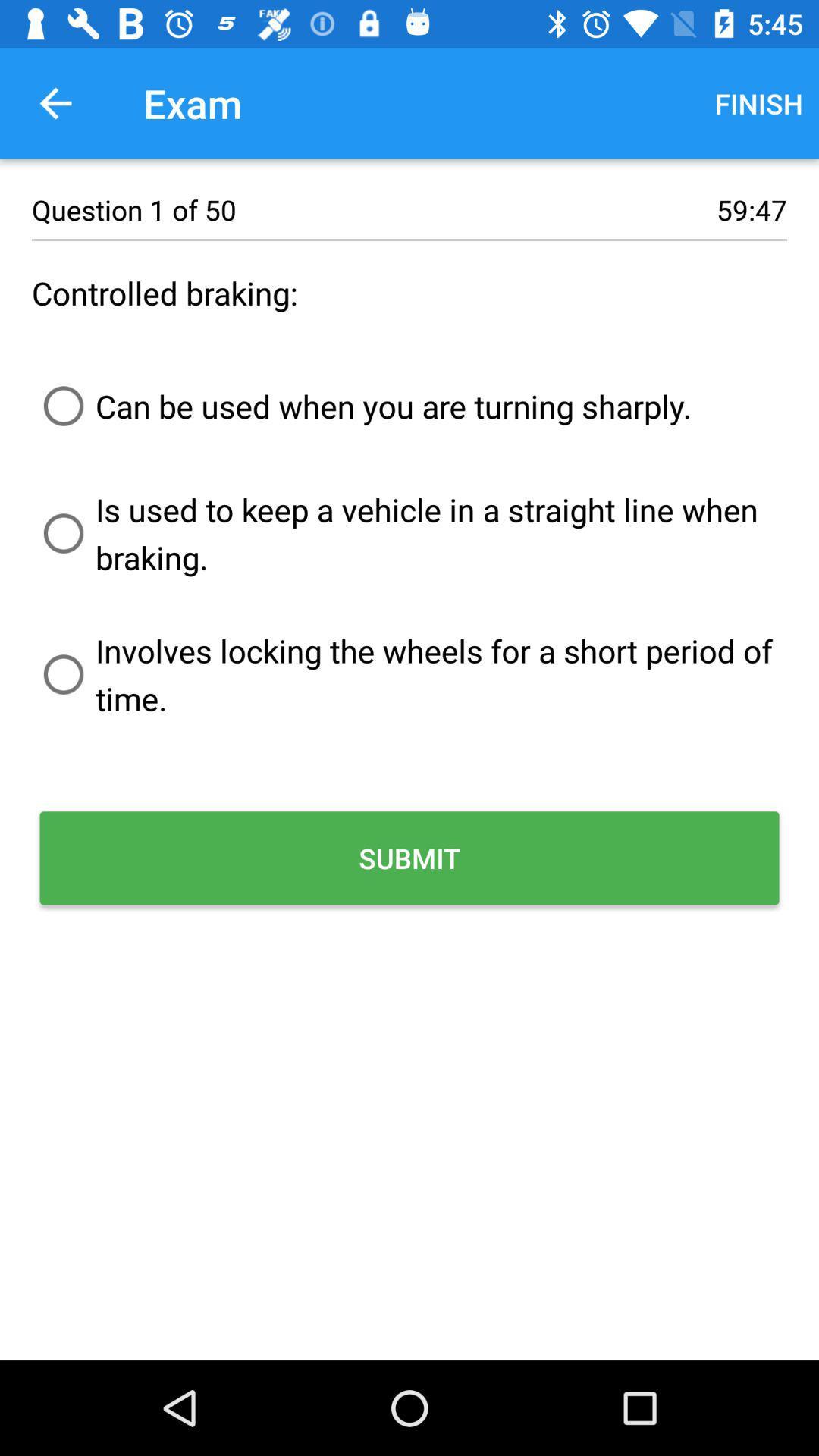 This screenshot has width=819, height=1456. What do you see at coordinates (758, 102) in the screenshot?
I see `icon above the 59:46 item` at bounding box center [758, 102].